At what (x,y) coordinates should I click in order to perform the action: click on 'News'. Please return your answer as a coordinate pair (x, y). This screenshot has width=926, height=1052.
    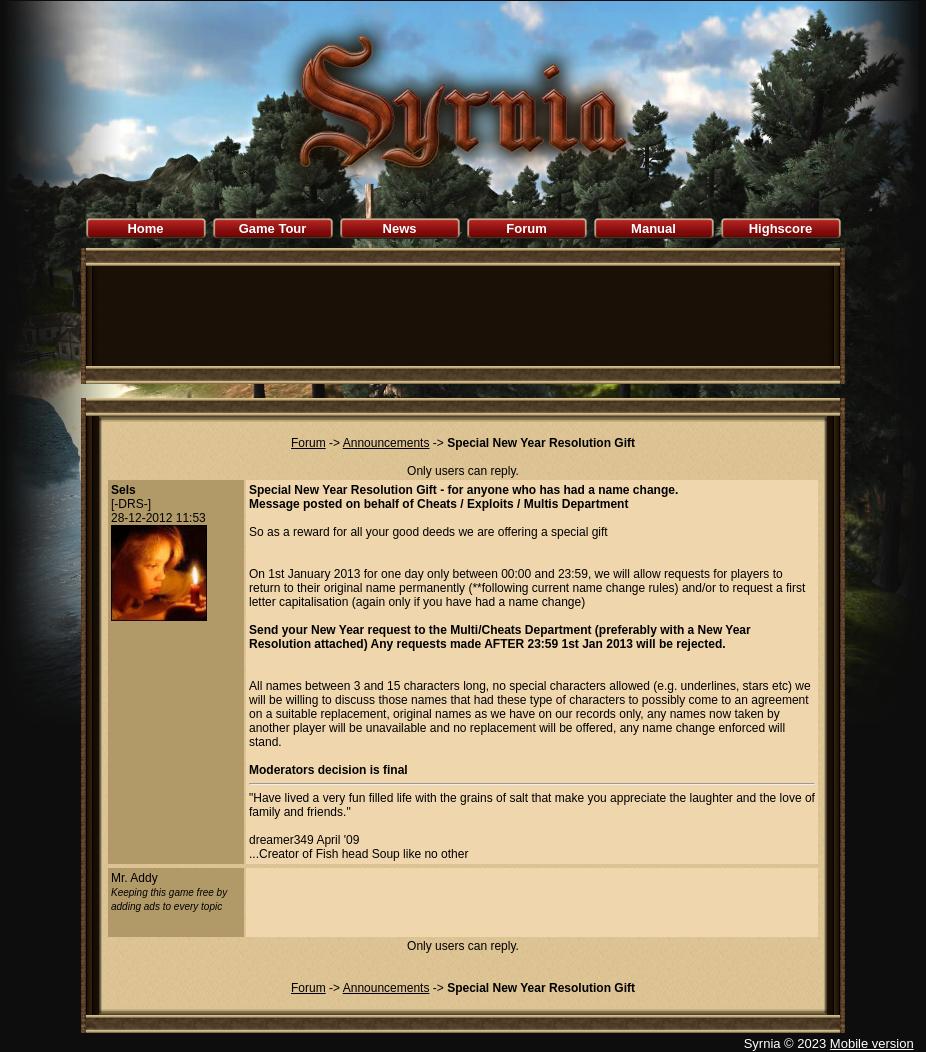
    Looking at the image, I should click on (399, 227).